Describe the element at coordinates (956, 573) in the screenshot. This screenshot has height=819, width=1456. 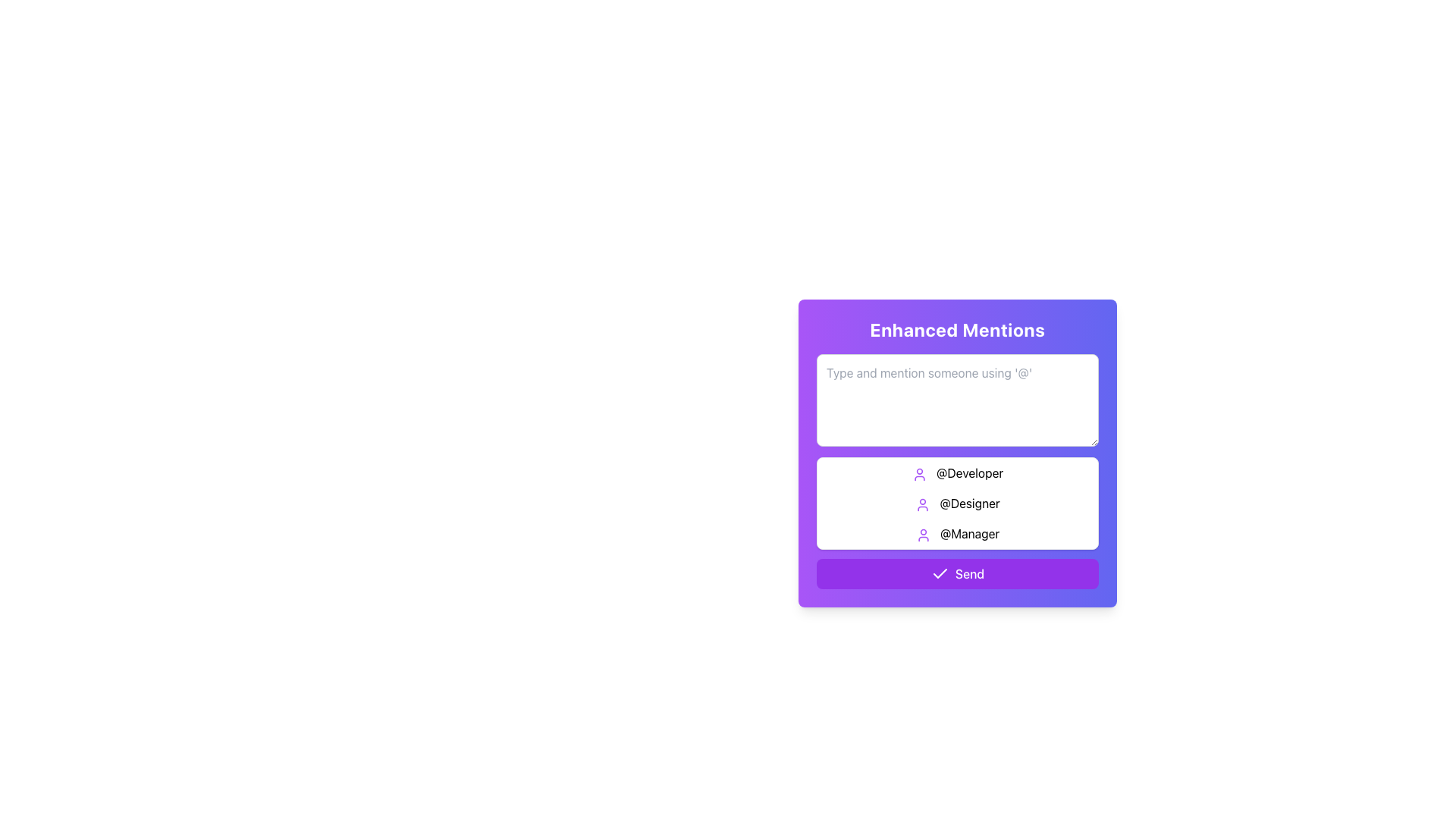
I see `the submission button located at the bottom of the card, beneath the '@Manager' mention` at that location.